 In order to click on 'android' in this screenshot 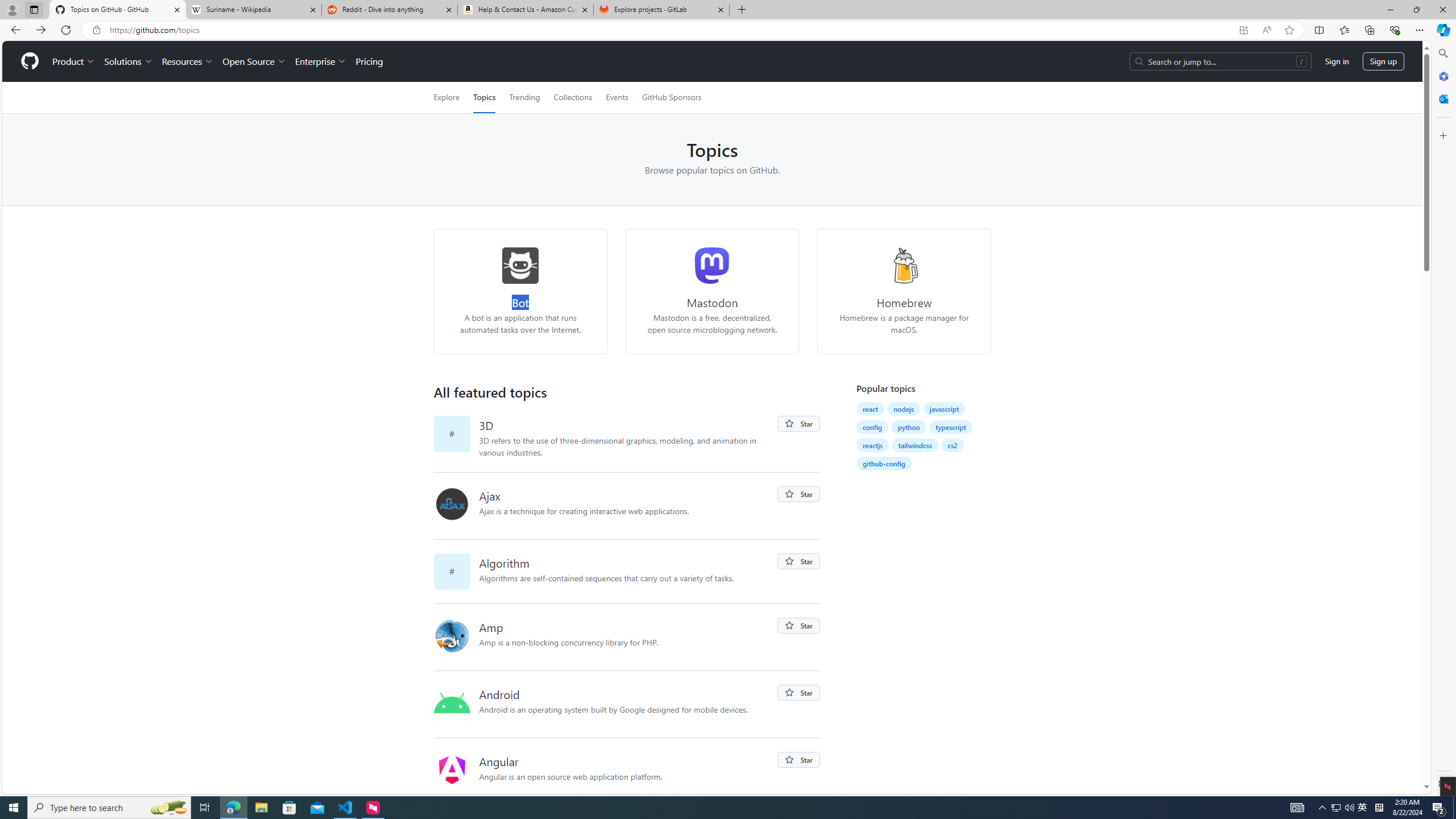, I will do `click(452, 703)`.